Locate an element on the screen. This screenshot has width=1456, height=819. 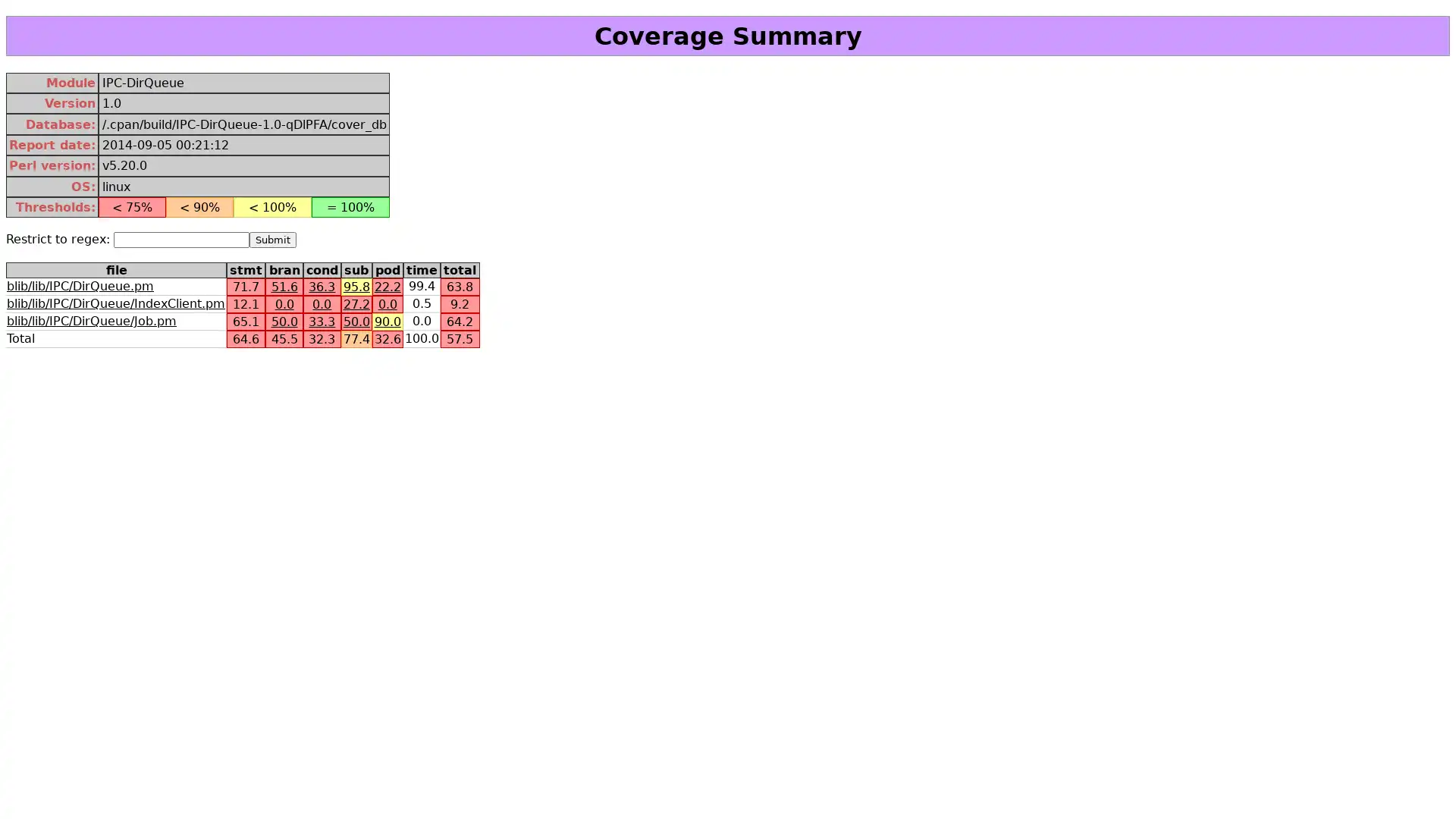
Submit is located at coordinates (273, 239).